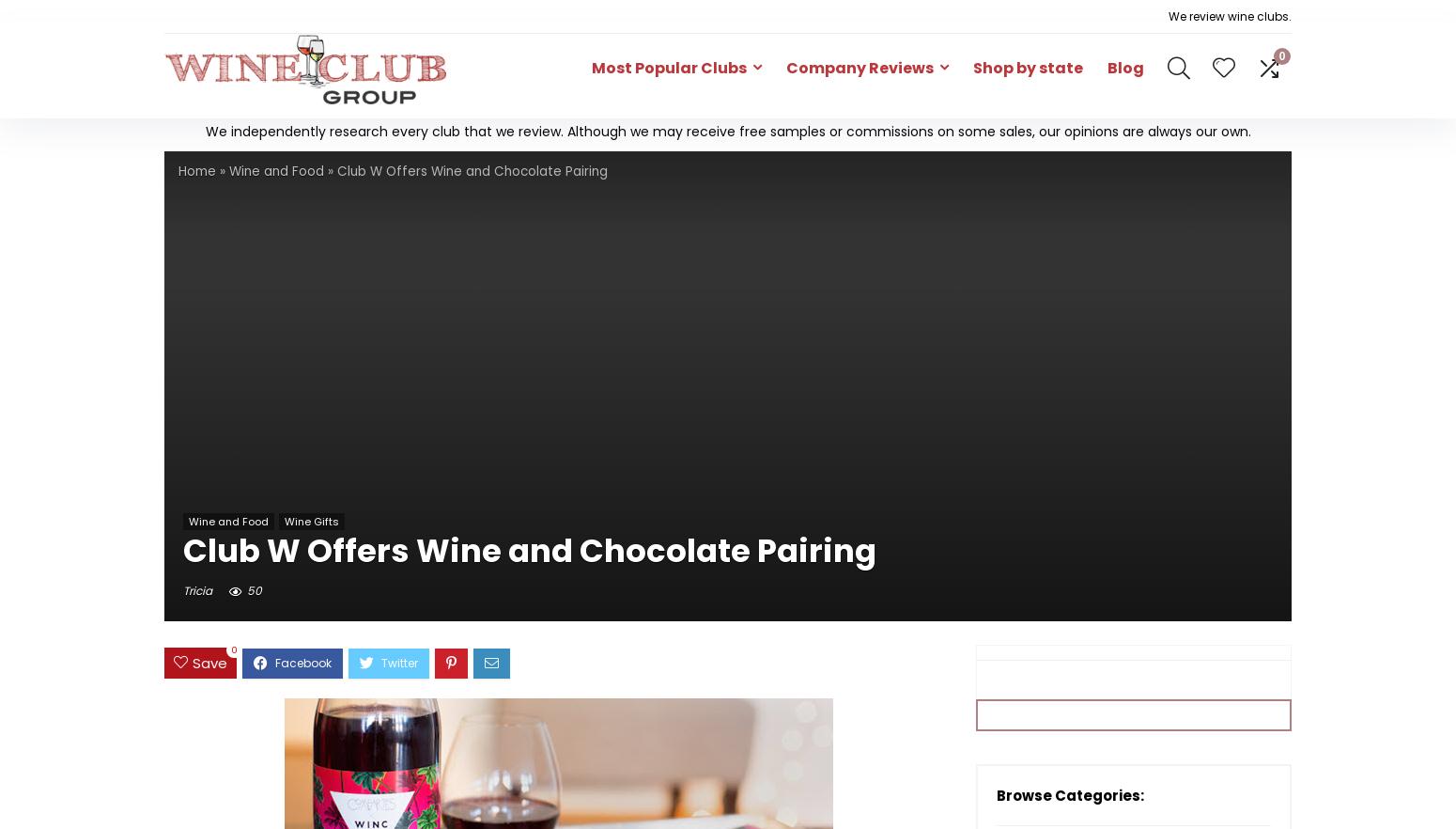 Image resolution: width=1456 pixels, height=829 pixels. What do you see at coordinates (669, 67) in the screenshot?
I see `'Most Popular Clubs'` at bounding box center [669, 67].